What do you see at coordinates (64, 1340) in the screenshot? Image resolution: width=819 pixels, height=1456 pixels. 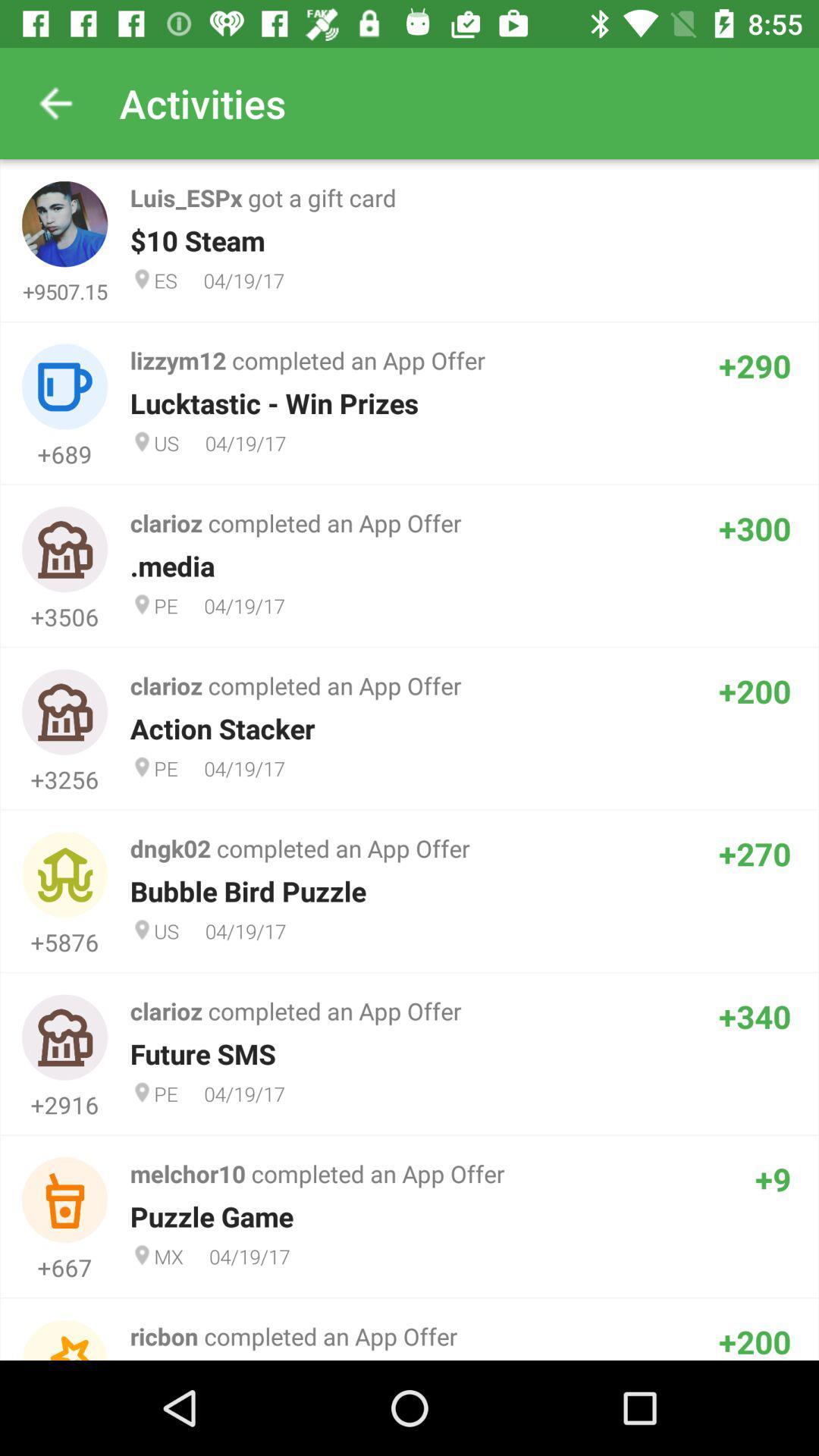 I see `the first image from the bottom of the page` at bounding box center [64, 1340].